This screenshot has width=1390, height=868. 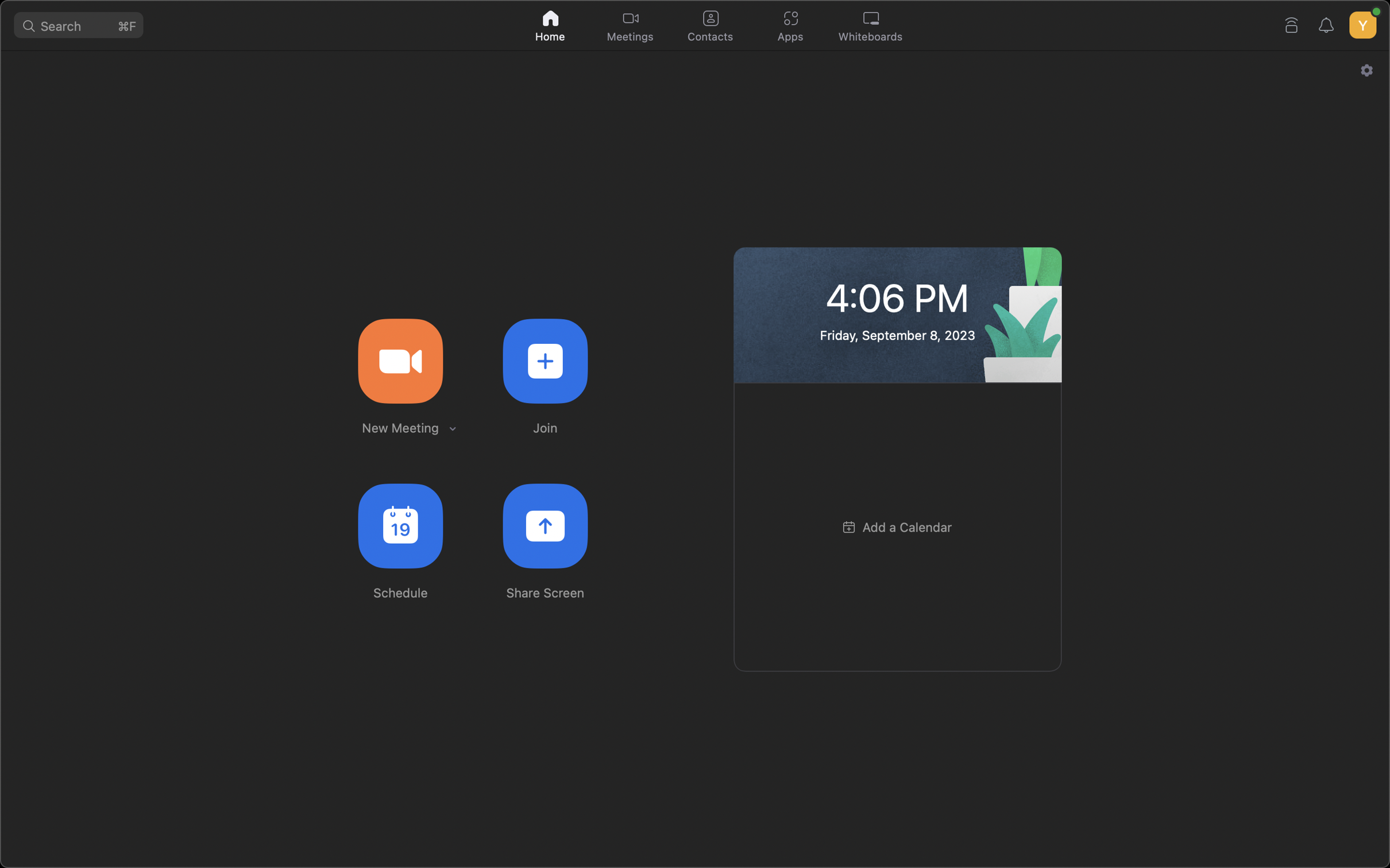 I want to click on Display your desktop view to the participants of your meeting, so click(x=546, y=526).